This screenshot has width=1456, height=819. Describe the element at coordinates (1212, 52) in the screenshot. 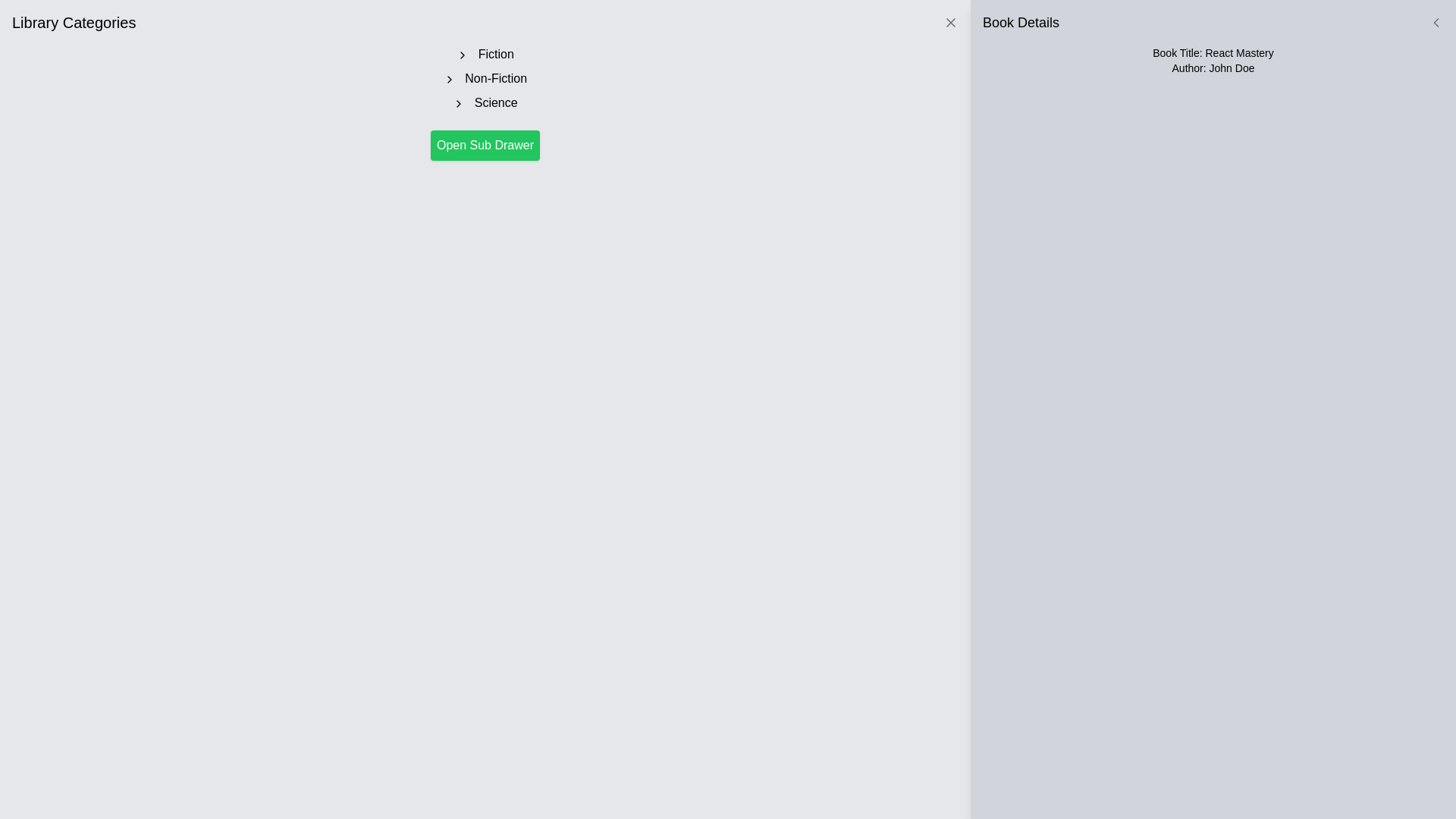

I see `the label displaying 'Book Title: React Mastery' located in the right-hand panel under the 'Book Details' heading` at that location.